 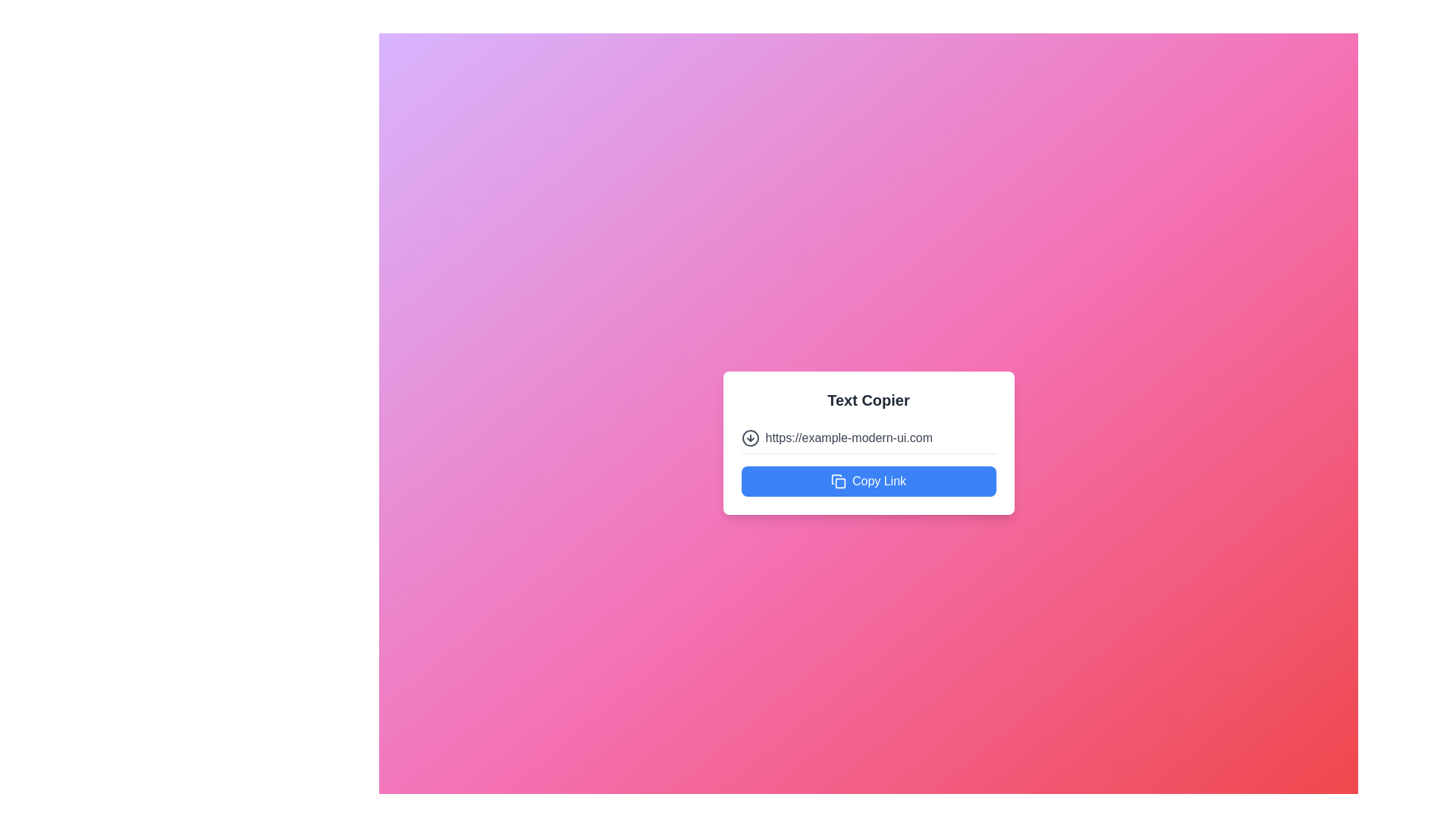 What do you see at coordinates (880, 438) in the screenshot?
I see `the read-only text input field displaying the URL 'https://example-modern-ui.com'` at bounding box center [880, 438].